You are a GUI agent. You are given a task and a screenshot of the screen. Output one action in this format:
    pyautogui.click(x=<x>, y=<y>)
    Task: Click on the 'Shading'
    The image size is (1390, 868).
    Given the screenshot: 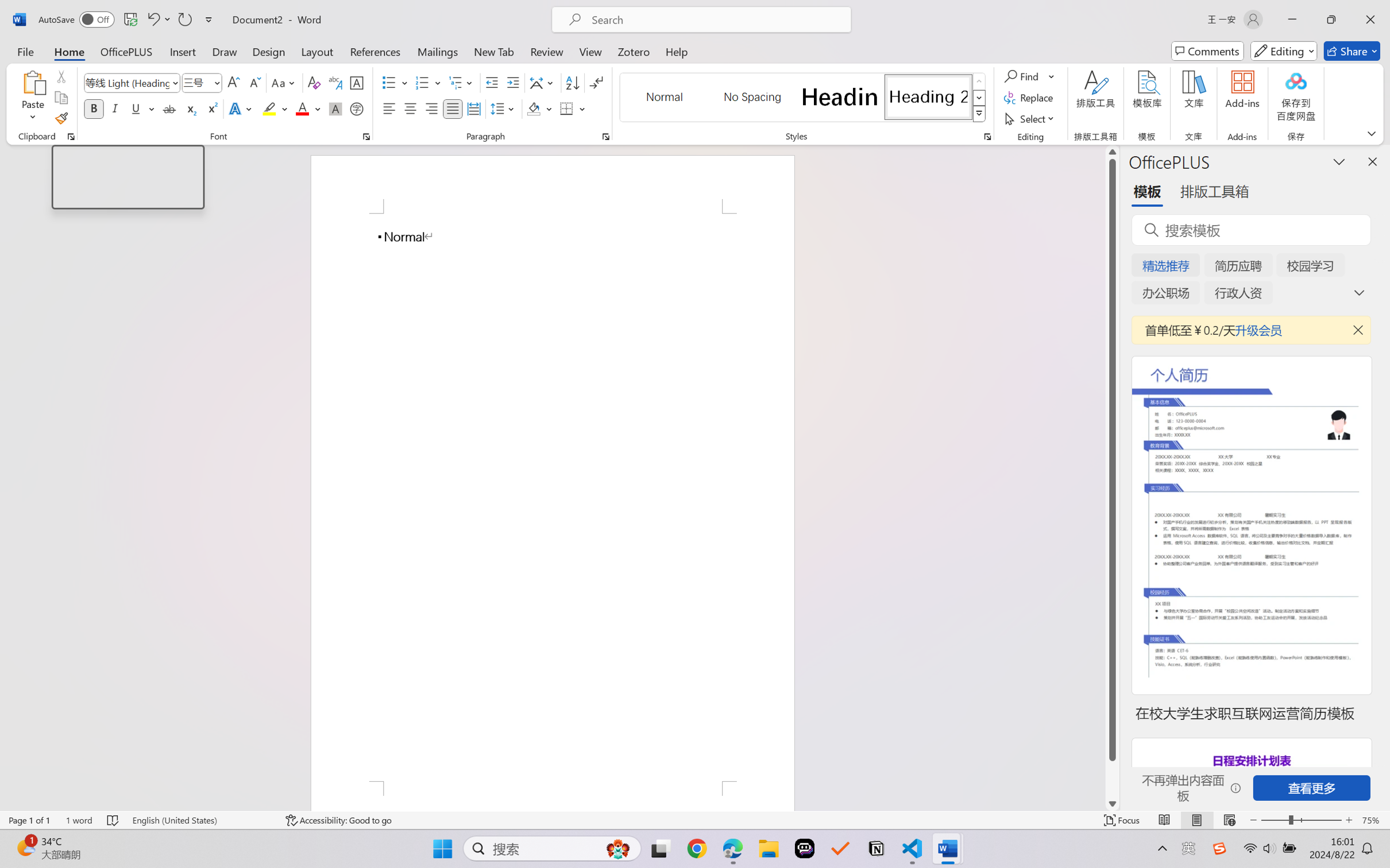 What is the action you would take?
    pyautogui.click(x=539, y=108)
    